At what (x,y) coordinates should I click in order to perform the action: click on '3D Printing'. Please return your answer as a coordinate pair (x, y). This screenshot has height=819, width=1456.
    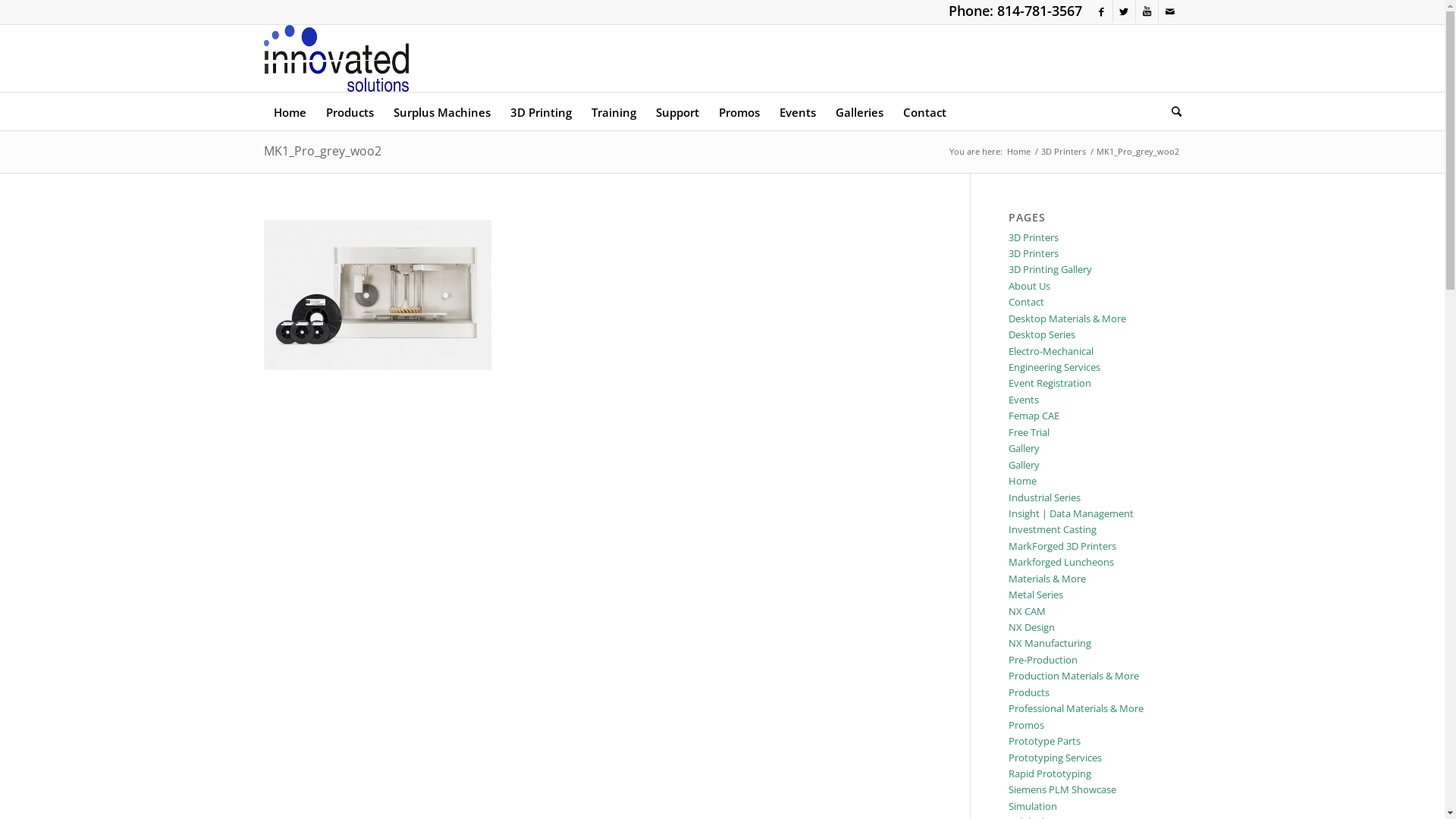
    Looking at the image, I should click on (541, 110).